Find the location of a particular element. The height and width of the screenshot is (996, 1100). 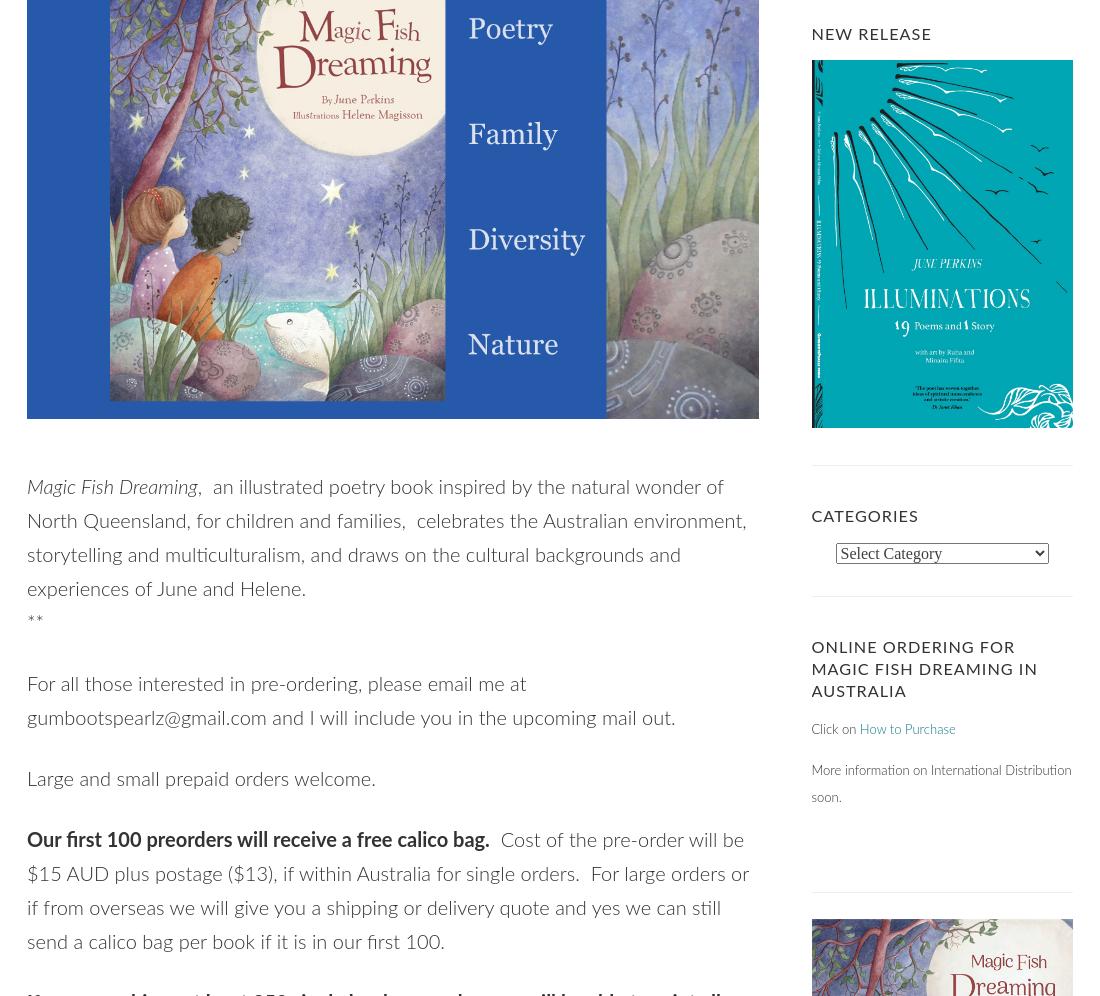

'For all those interested in pre-ordering, please email me at gumbootspearlz@gmail.com and I will include you in the upcoming mail out.' is located at coordinates (351, 701).